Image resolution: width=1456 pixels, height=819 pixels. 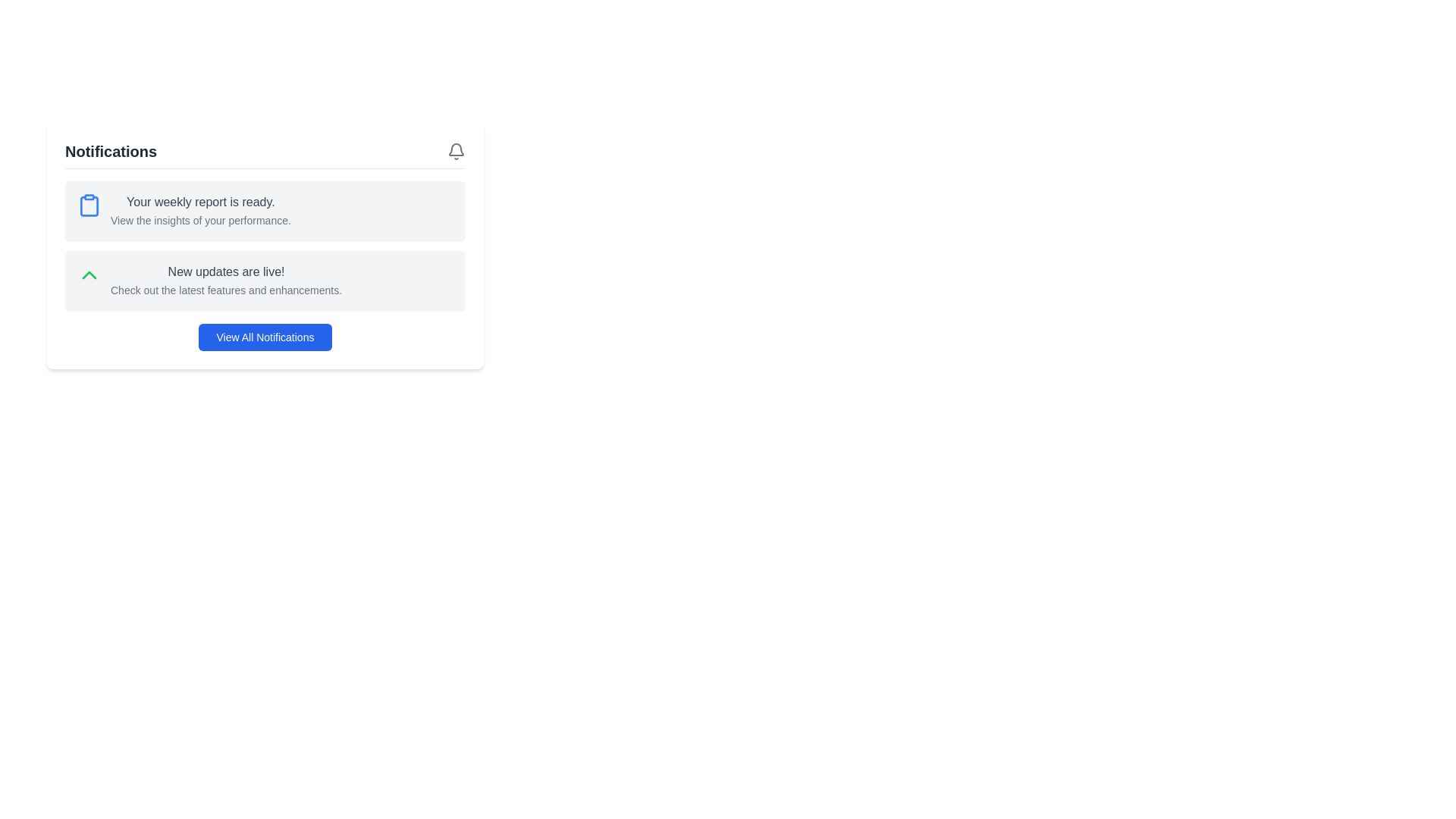 What do you see at coordinates (110, 152) in the screenshot?
I see `notification section title displayed as 'Notifications' in bold, large black text at the top-left of the header bar` at bounding box center [110, 152].